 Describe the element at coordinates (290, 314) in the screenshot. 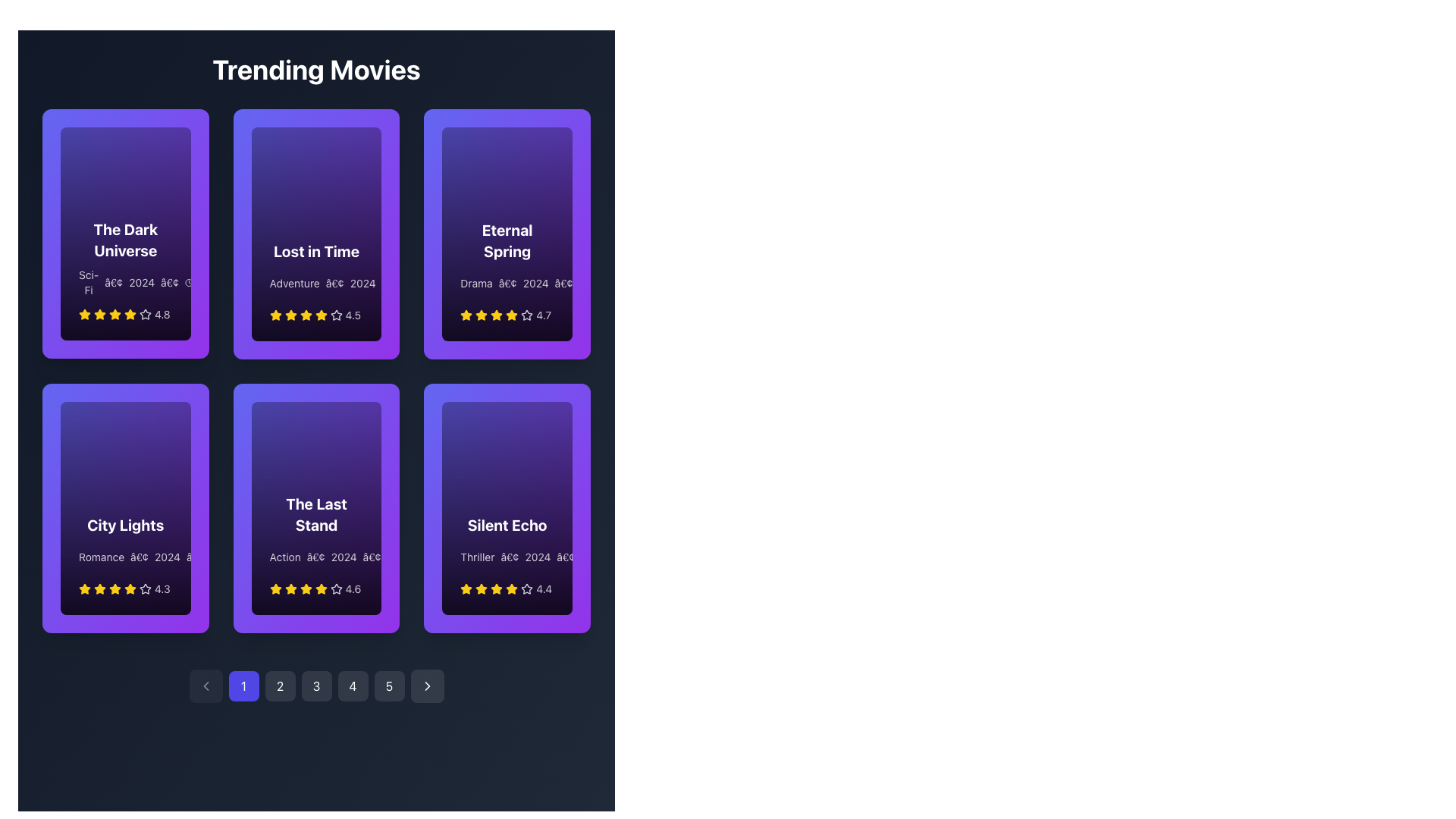

I see `the vibrant yellow star icon, which is the second star in a row of five stars used for rating purposes, located in the second card from the left in the top row` at that location.